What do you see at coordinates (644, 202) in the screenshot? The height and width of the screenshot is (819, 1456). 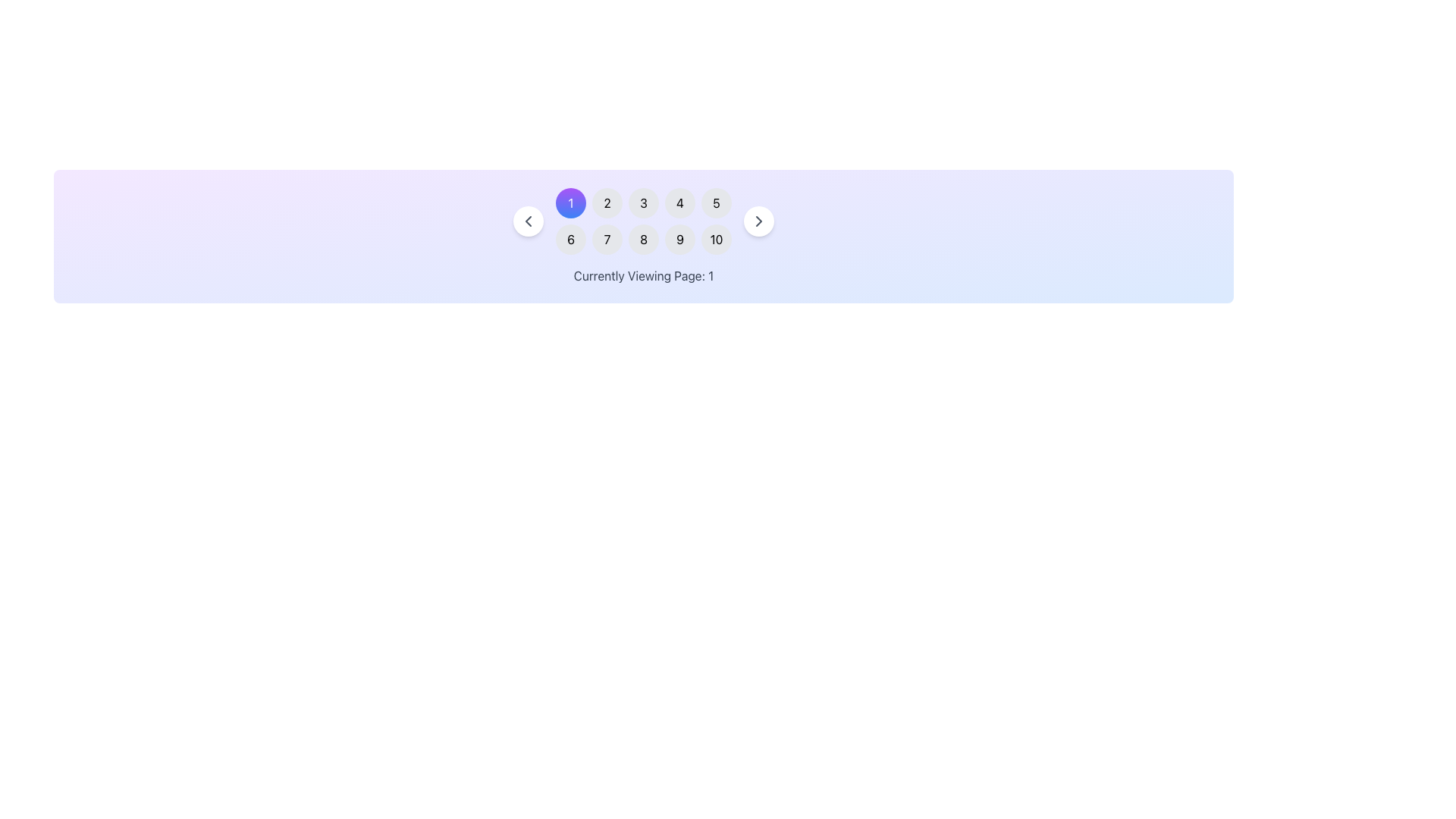 I see `the inactive Number button representing page 3 in the pagination interface, located in the first row and third column between buttons '2' and '4'` at bounding box center [644, 202].